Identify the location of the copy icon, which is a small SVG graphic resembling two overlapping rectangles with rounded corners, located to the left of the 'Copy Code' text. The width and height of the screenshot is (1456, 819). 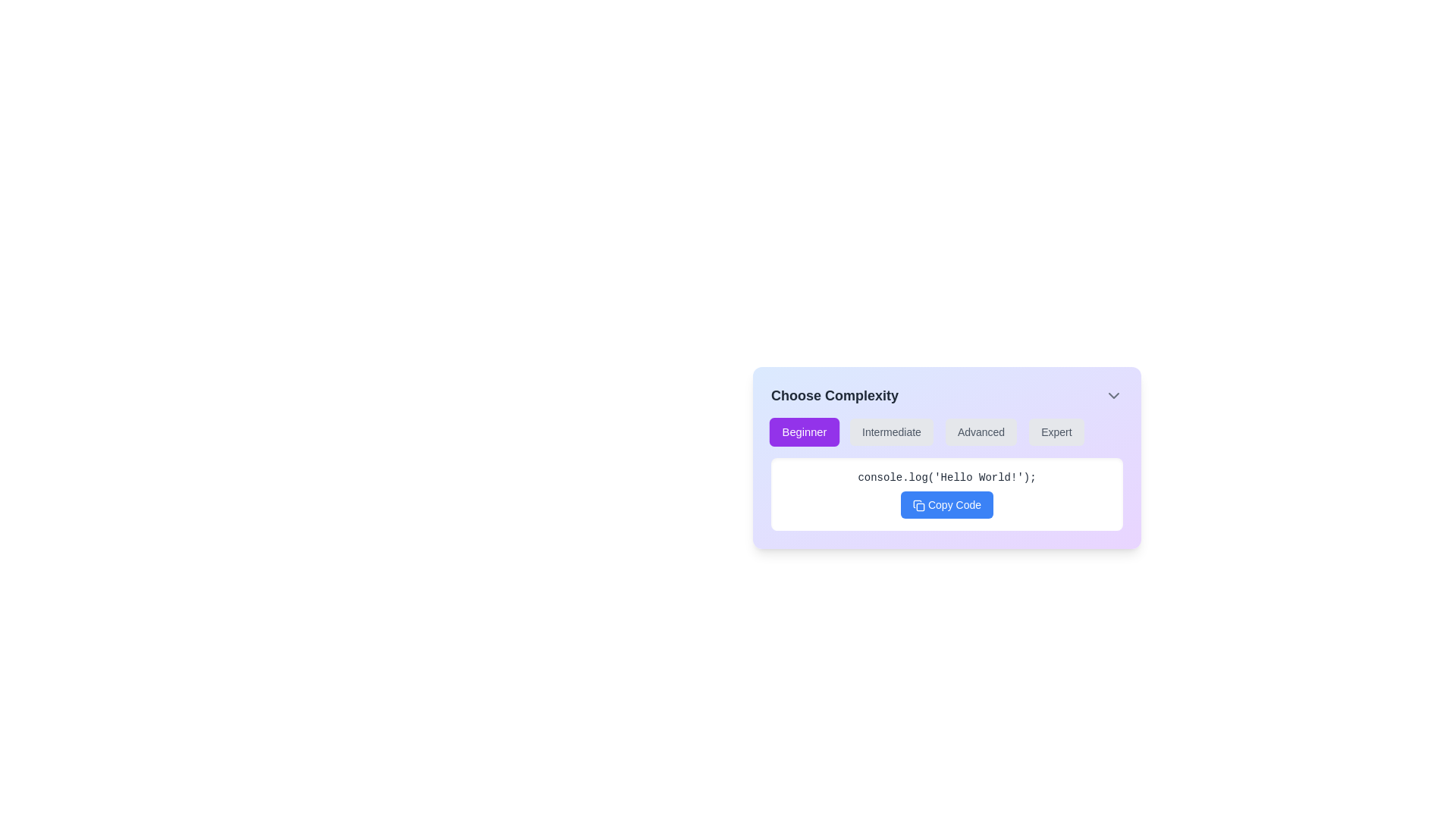
(918, 506).